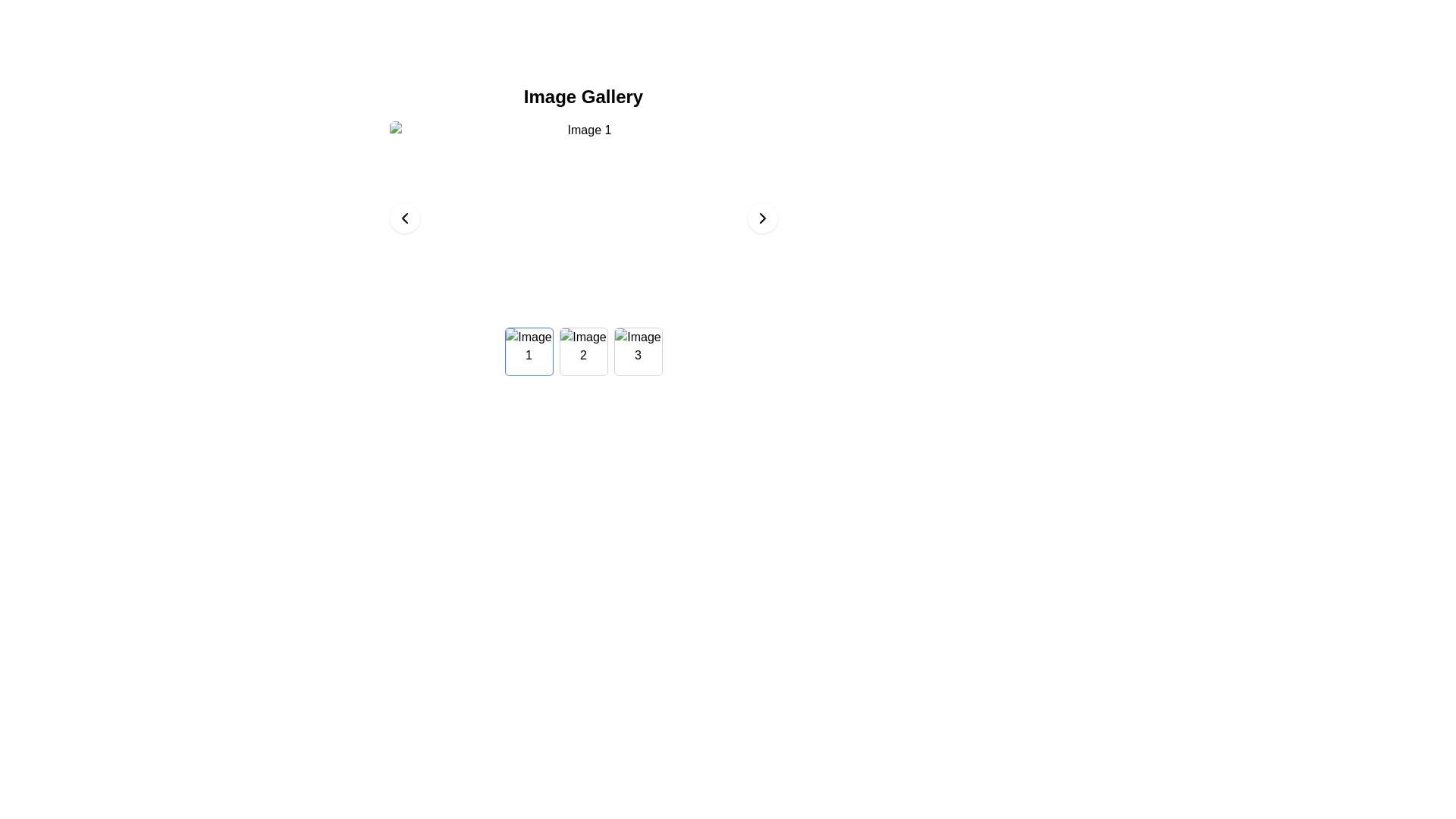 The image size is (1456, 819). What do you see at coordinates (762, 218) in the screenshot?
I see `the Chevron Right icon within the right-aligned circular button` at bounding box center [762, 218].